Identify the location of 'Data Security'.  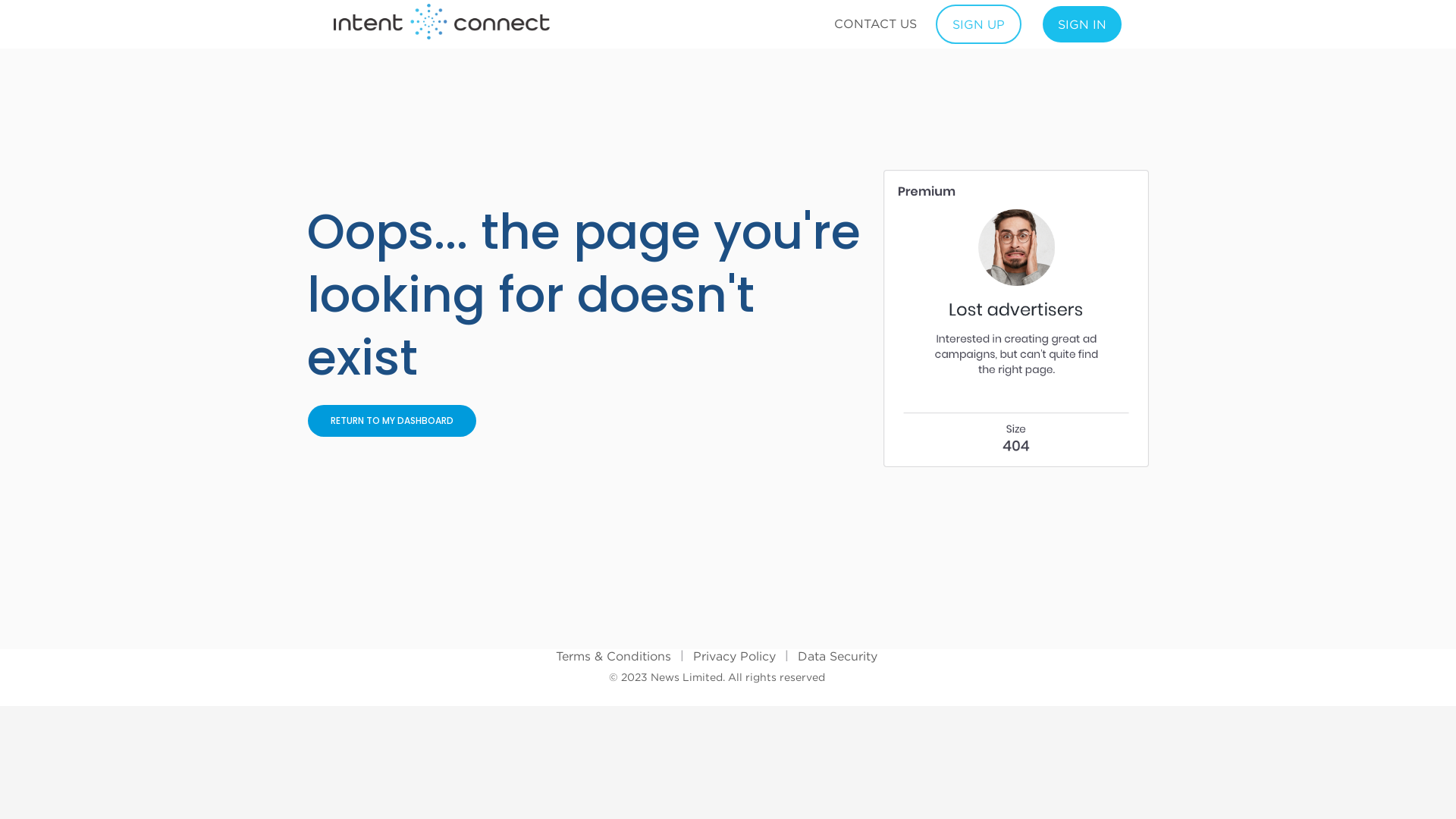
(836, 654).